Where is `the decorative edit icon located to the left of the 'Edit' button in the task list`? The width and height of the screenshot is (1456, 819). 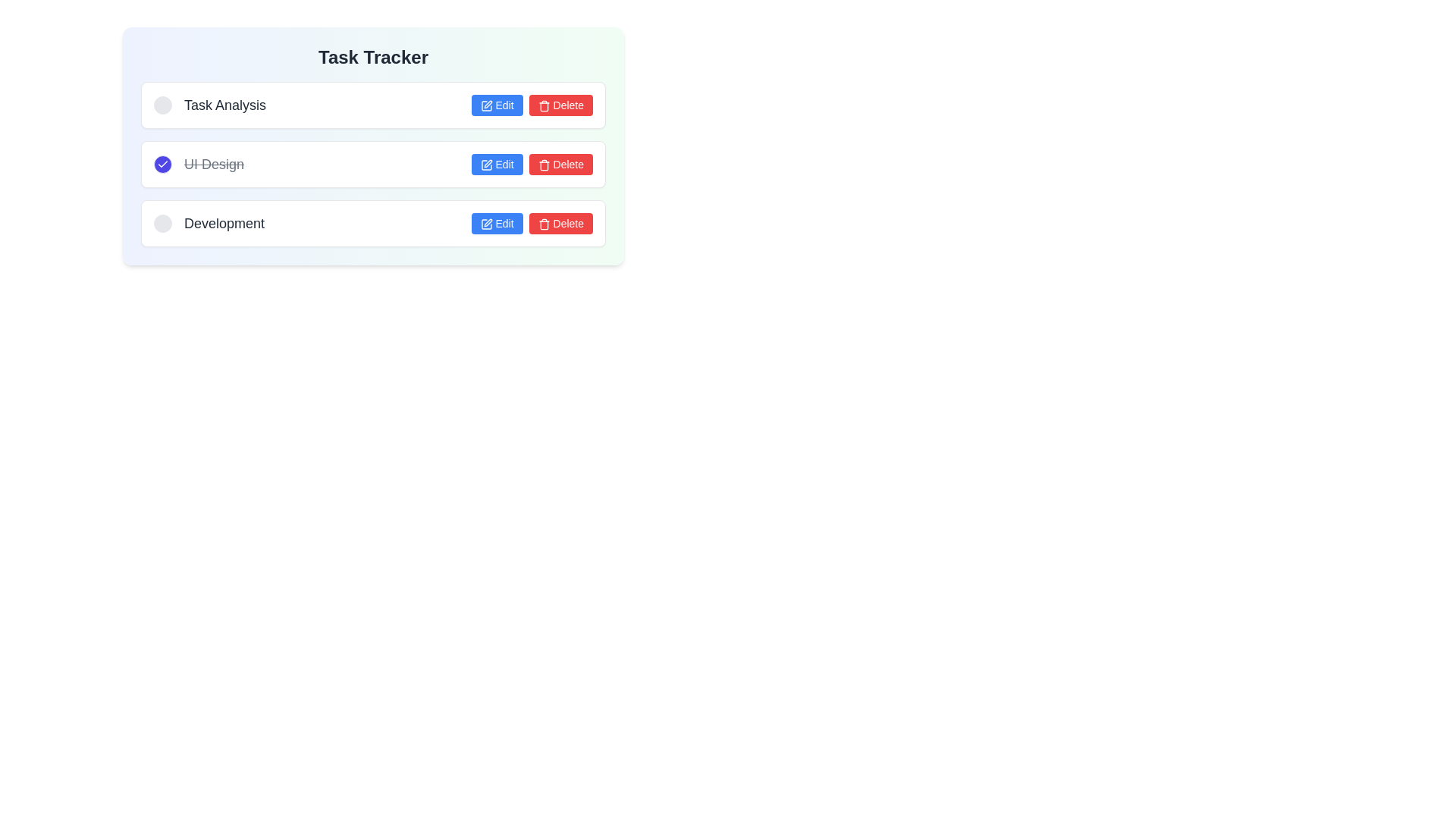 the decorative edit icon located to the left of the 'Edit' button in the task list is located at coordinates (486, 105).